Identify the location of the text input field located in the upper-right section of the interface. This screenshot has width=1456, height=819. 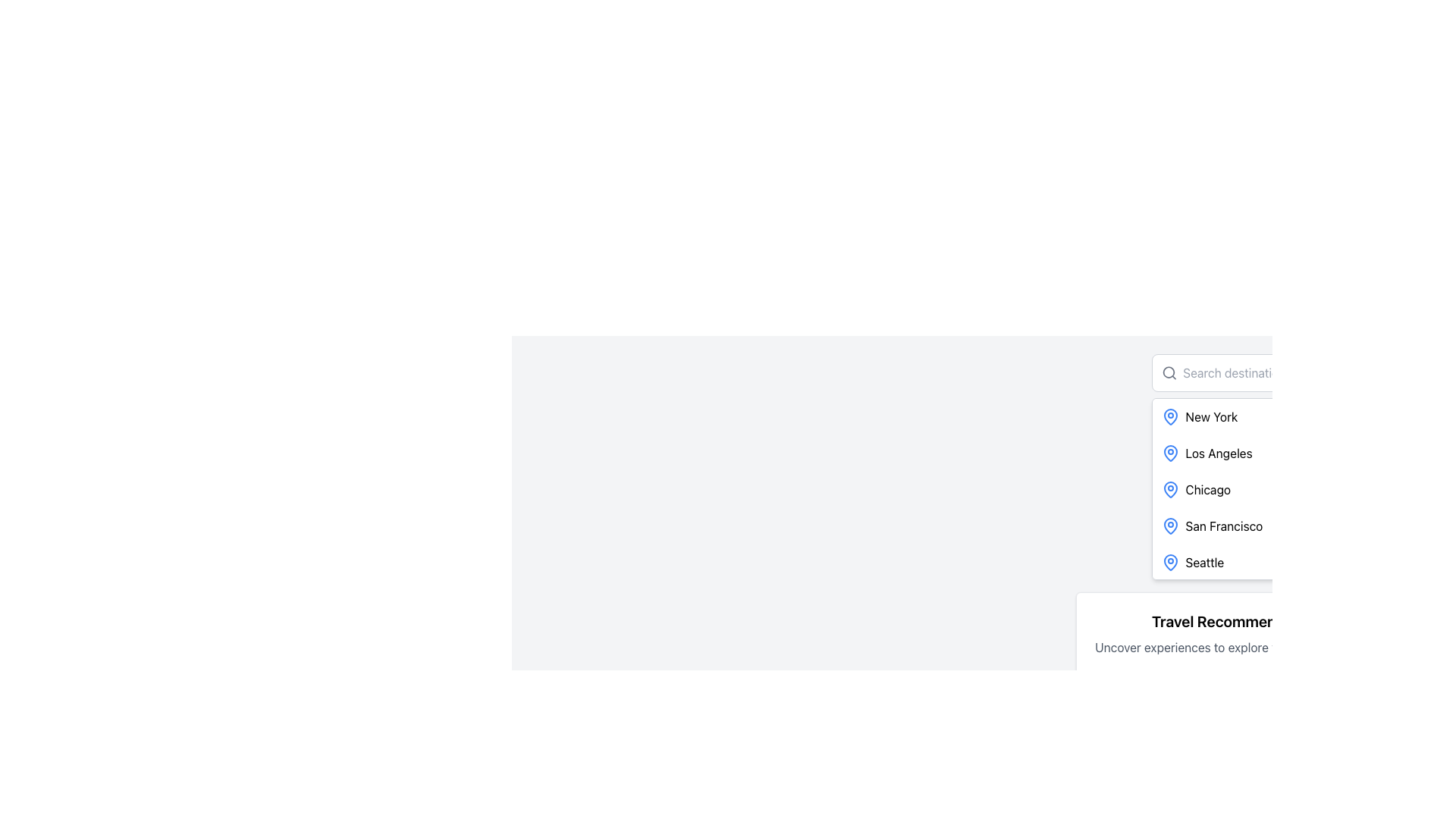
(1250, 373).